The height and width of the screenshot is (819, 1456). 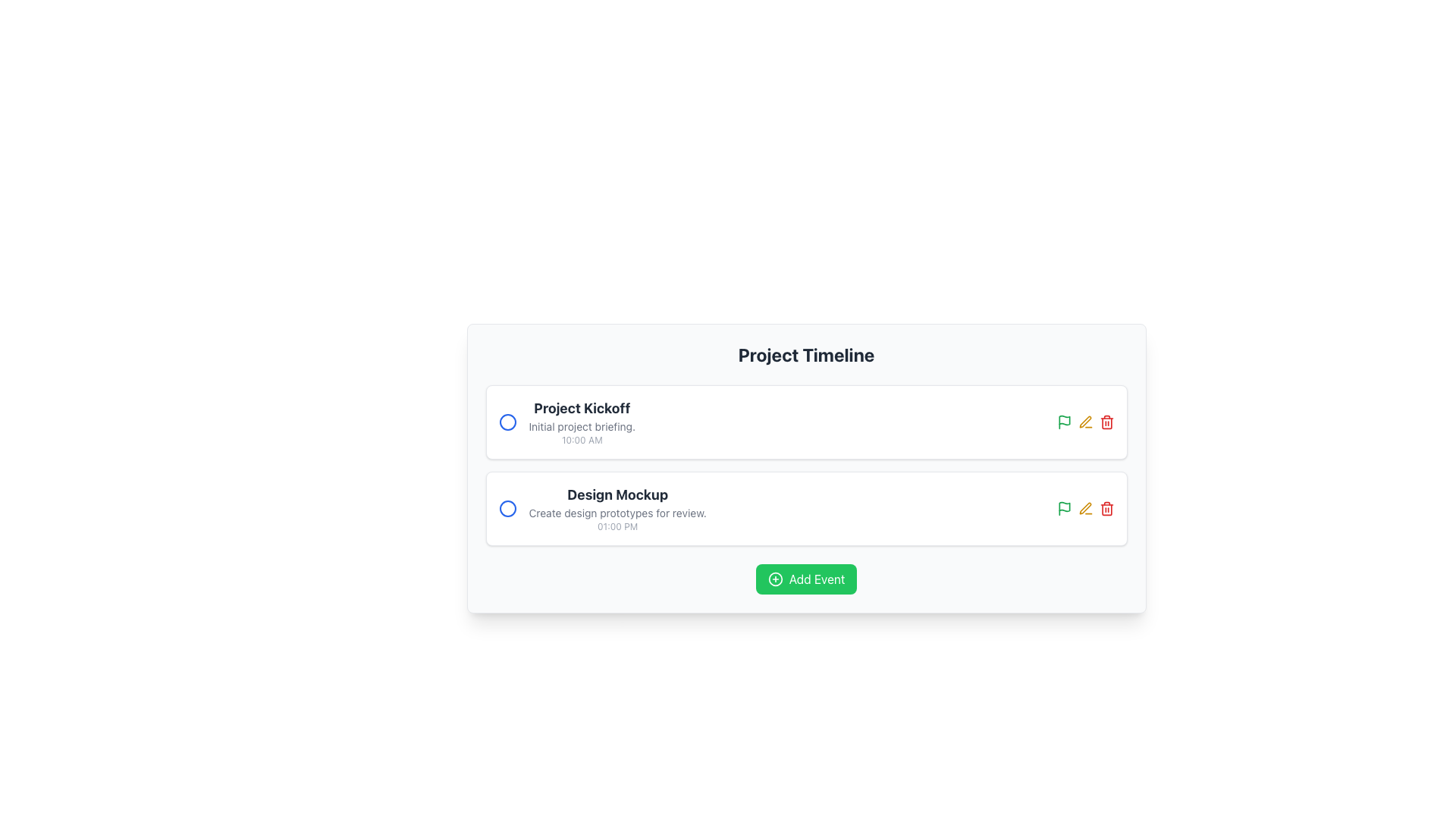 I want to click on the flag icon located at the right end of the 'Project Kickoff' timeline entry, which allows the user to mark or highlight the associated timeline item for attention or categorization, so click(x=1063, y=507).